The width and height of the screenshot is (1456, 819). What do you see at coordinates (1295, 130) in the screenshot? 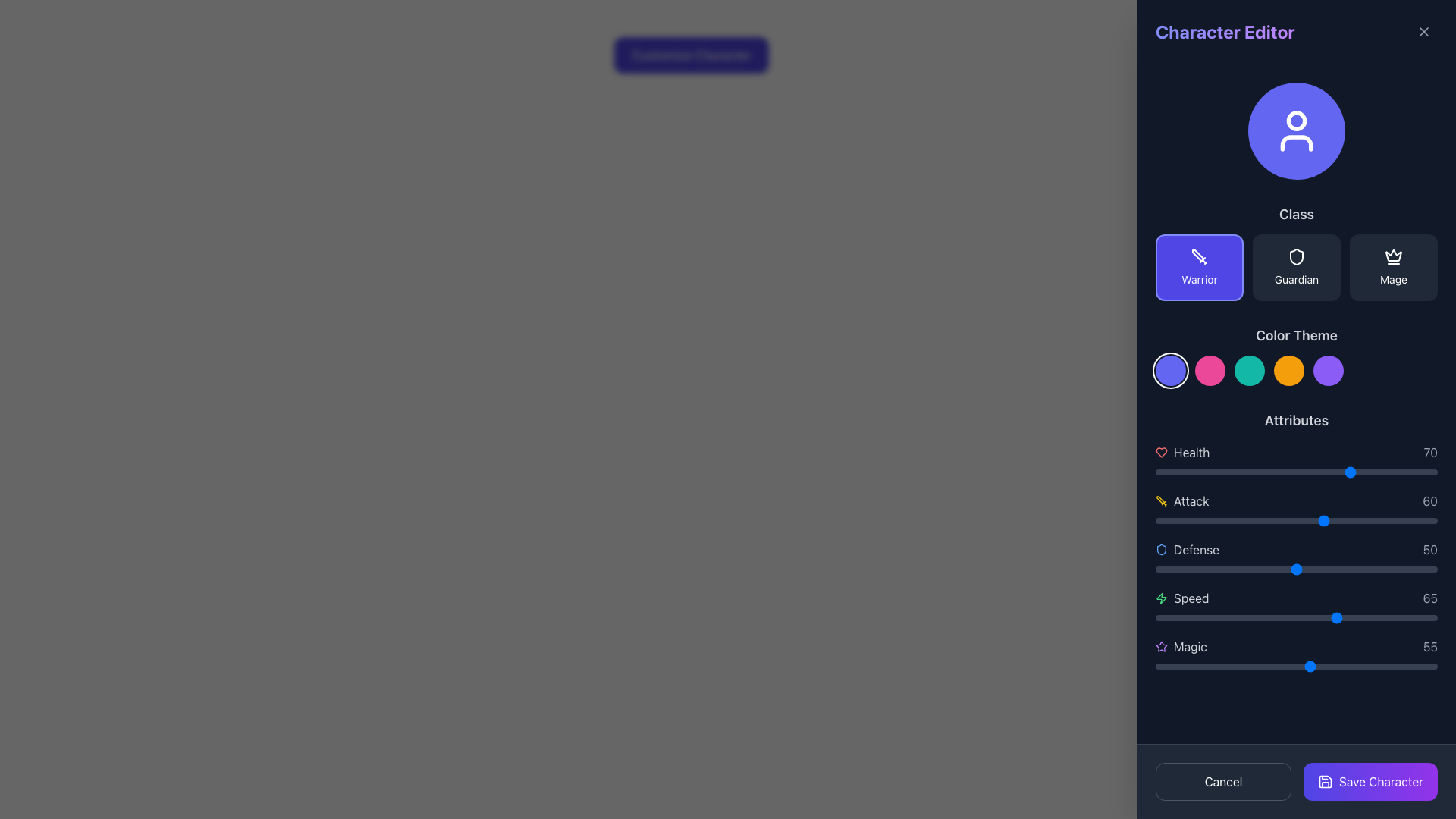
I see `the large circular icon with a purple background and white person silhouette, located in the upper section of the right panel titled 'Character Editor.'` at bounding box center [1295, 130].